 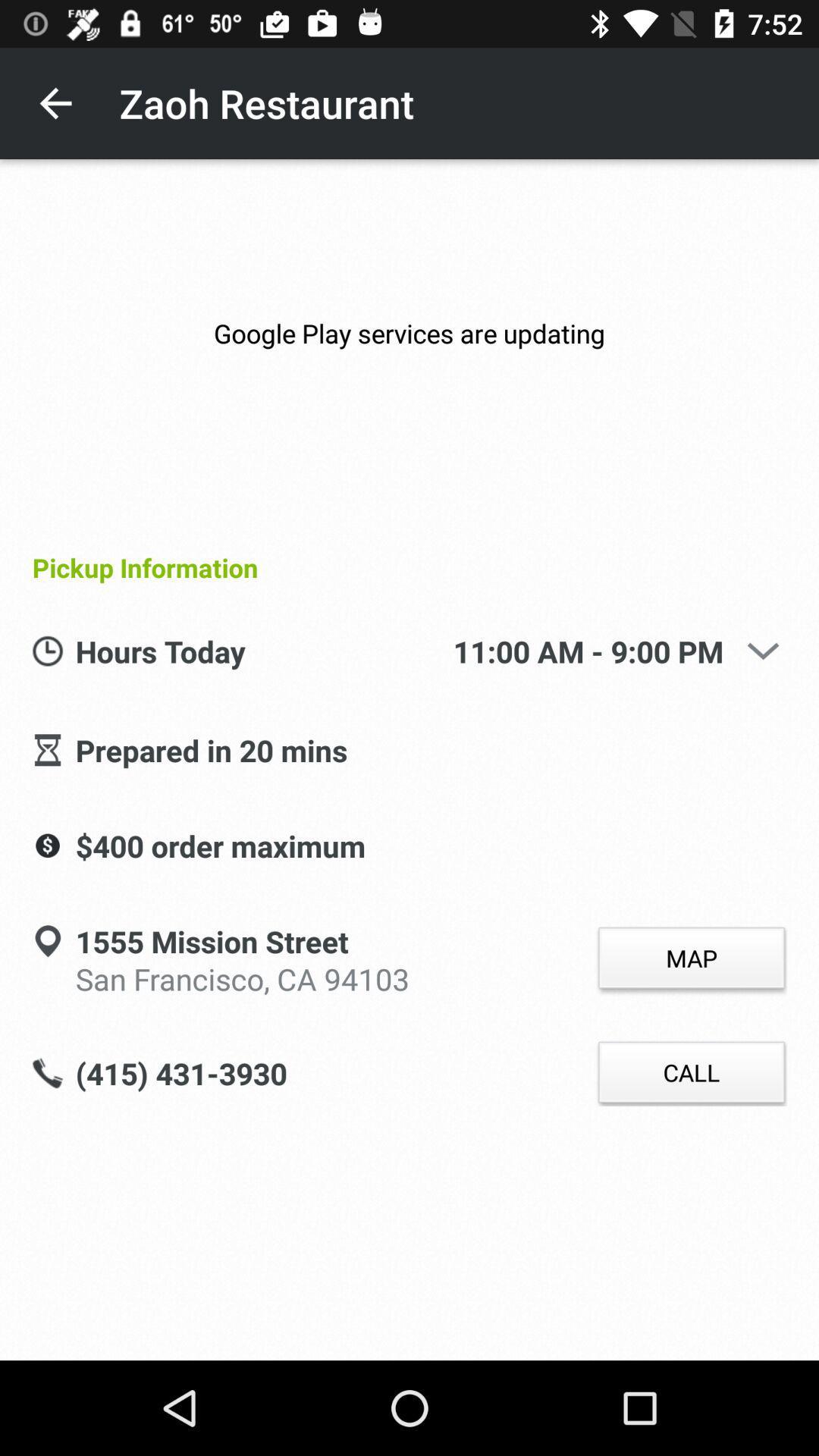 I want to click on the icon above the (415) 431-3930 item, so click(x=241, y=976).